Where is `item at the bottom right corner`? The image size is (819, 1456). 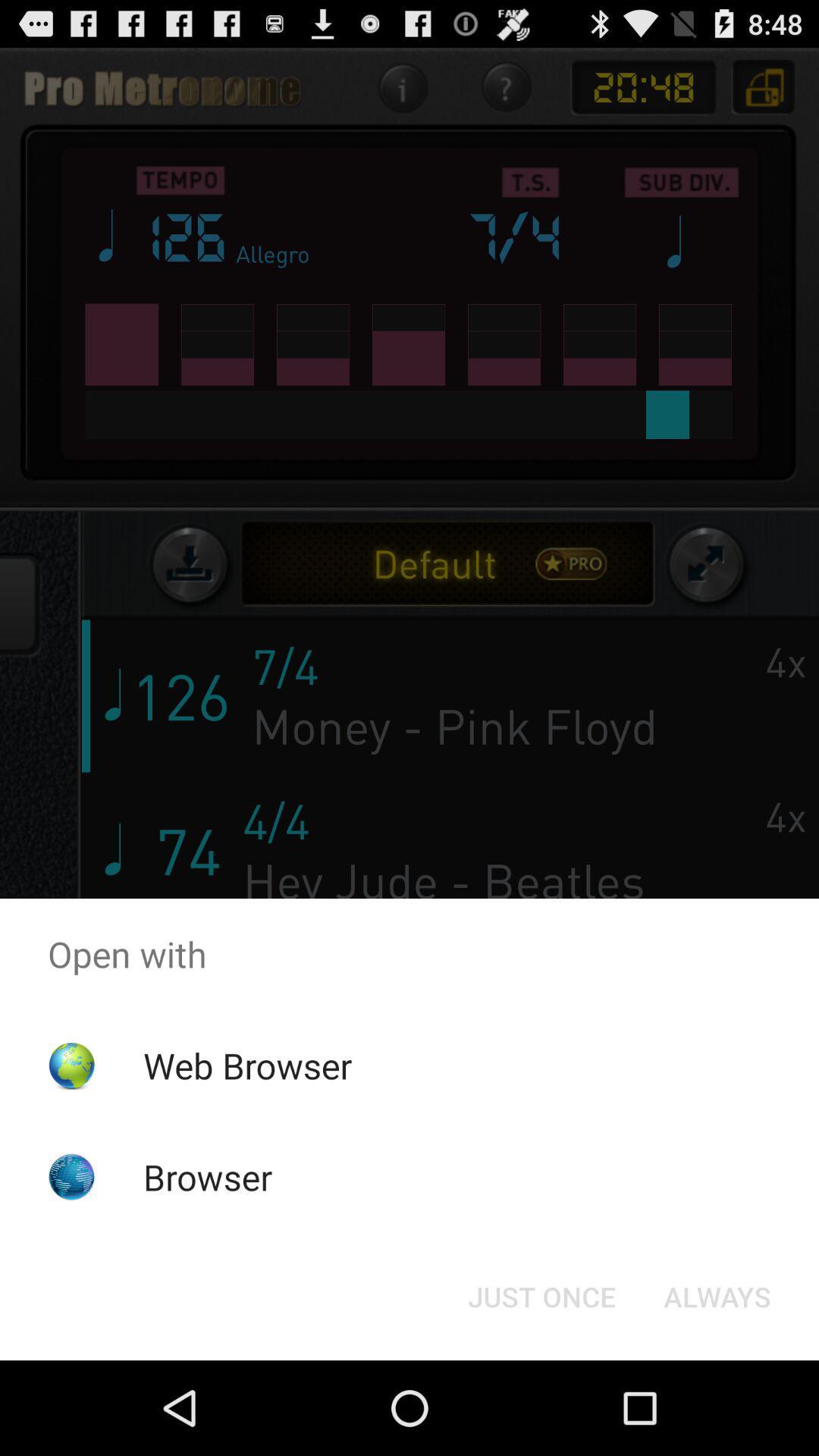
item at the bottom right corner is located at coordinates (717, 1295).